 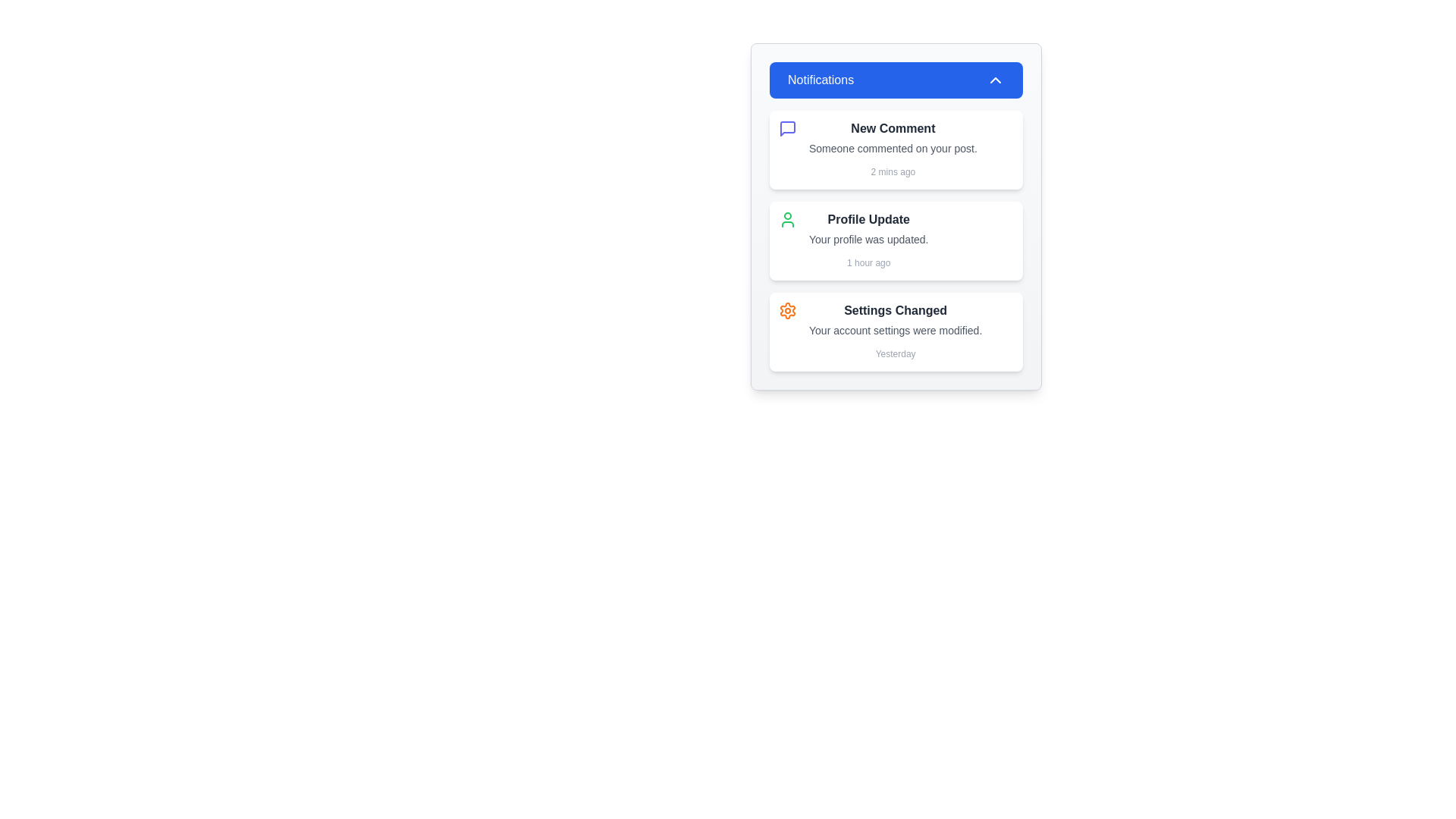 What do you see at coordinates (896, 149) in the screenshot?
I see `the first notification card in the notification list` at bounding box center [896, 149].